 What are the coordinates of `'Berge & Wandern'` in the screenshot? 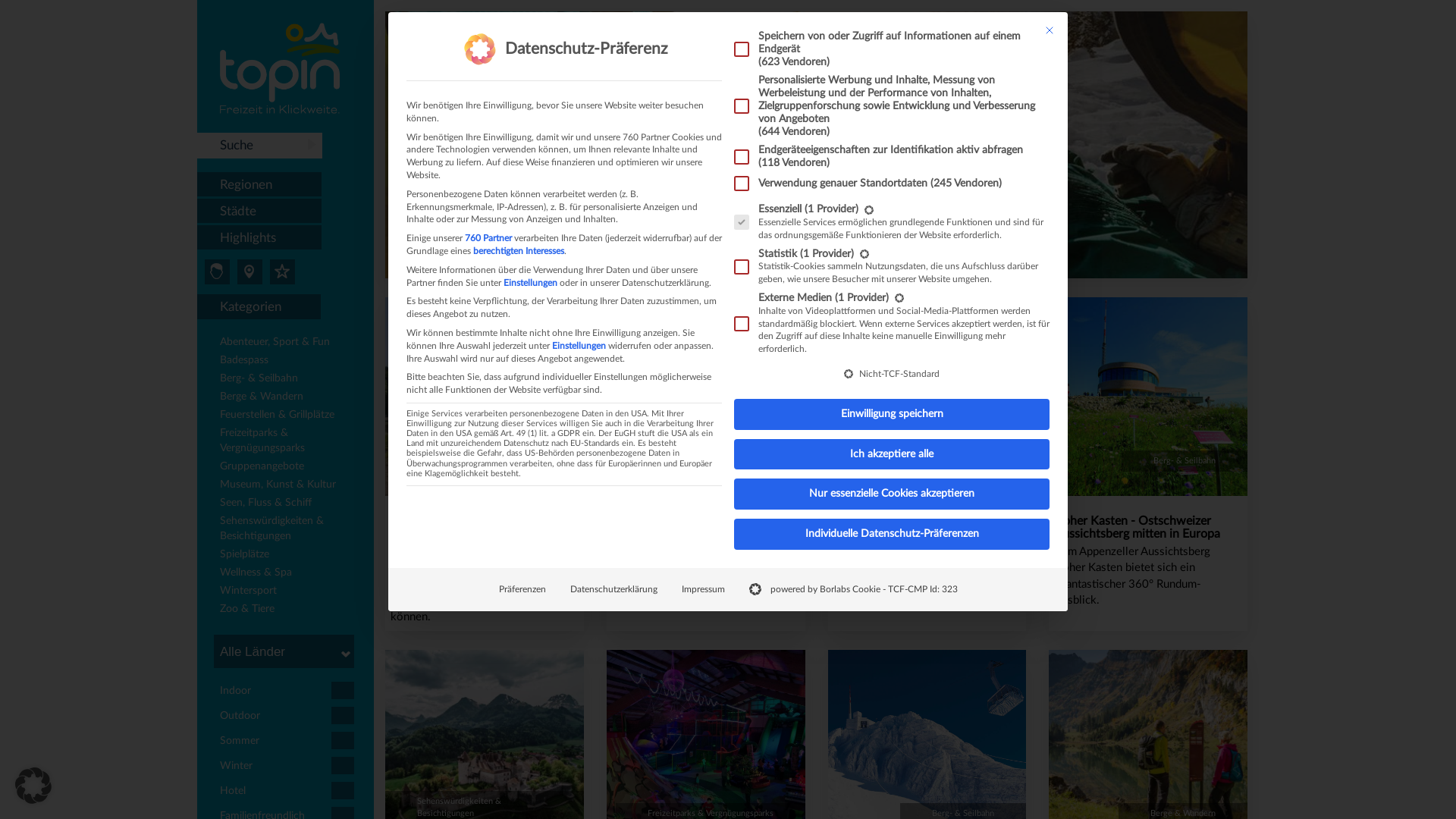 It's located at (290, 397).